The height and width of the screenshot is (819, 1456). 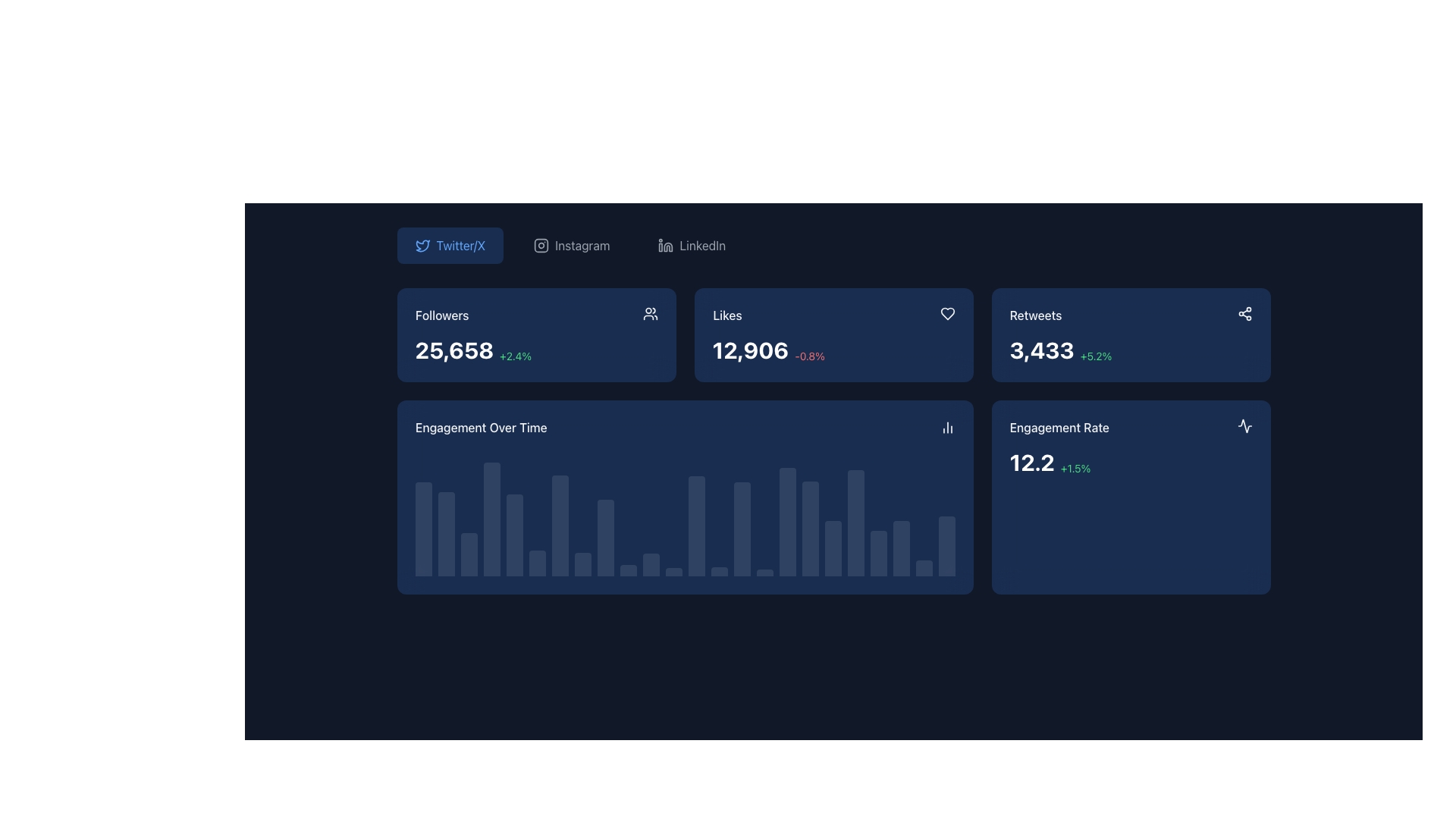 What do you see at coordinates (541, 245) in the screenshot?
I see `the Instagram logo icon located in the top bar, which features a rounded square with a camera lens and is positioned to the right of the Twitter/X button` at bounding box center [541, 245].